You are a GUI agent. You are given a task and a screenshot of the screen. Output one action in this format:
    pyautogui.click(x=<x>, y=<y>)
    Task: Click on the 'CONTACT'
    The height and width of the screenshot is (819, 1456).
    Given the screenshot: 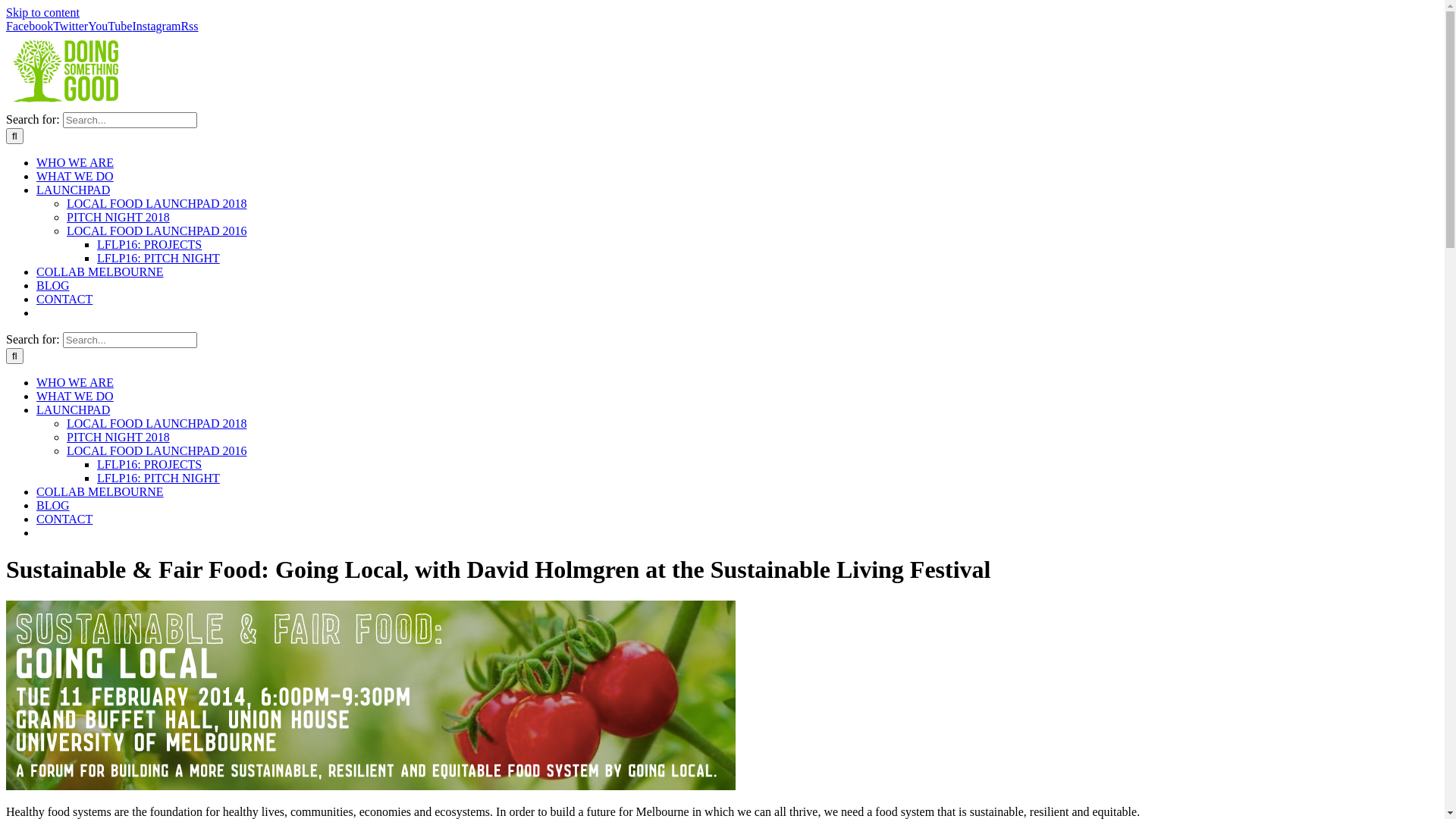 What is the action you would take?
    pyautogui.click(x=64, y=518)
    